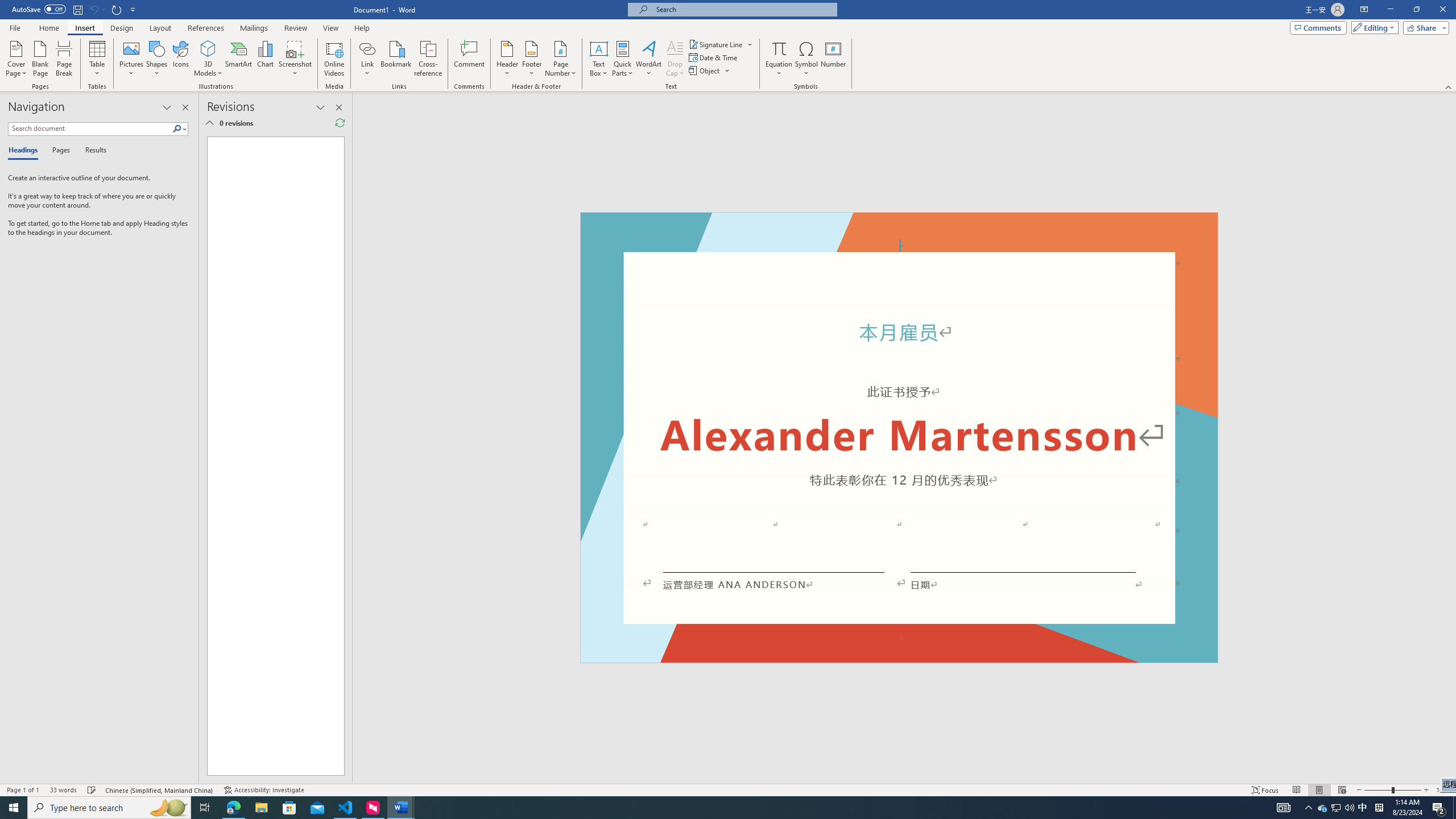 Image resolution: width=1456 pixels, height=819 pixels. What do you see at coordinates (1372, 27) in the screenshot?
I see `'Mode'` at bounding box center [1372, 27].